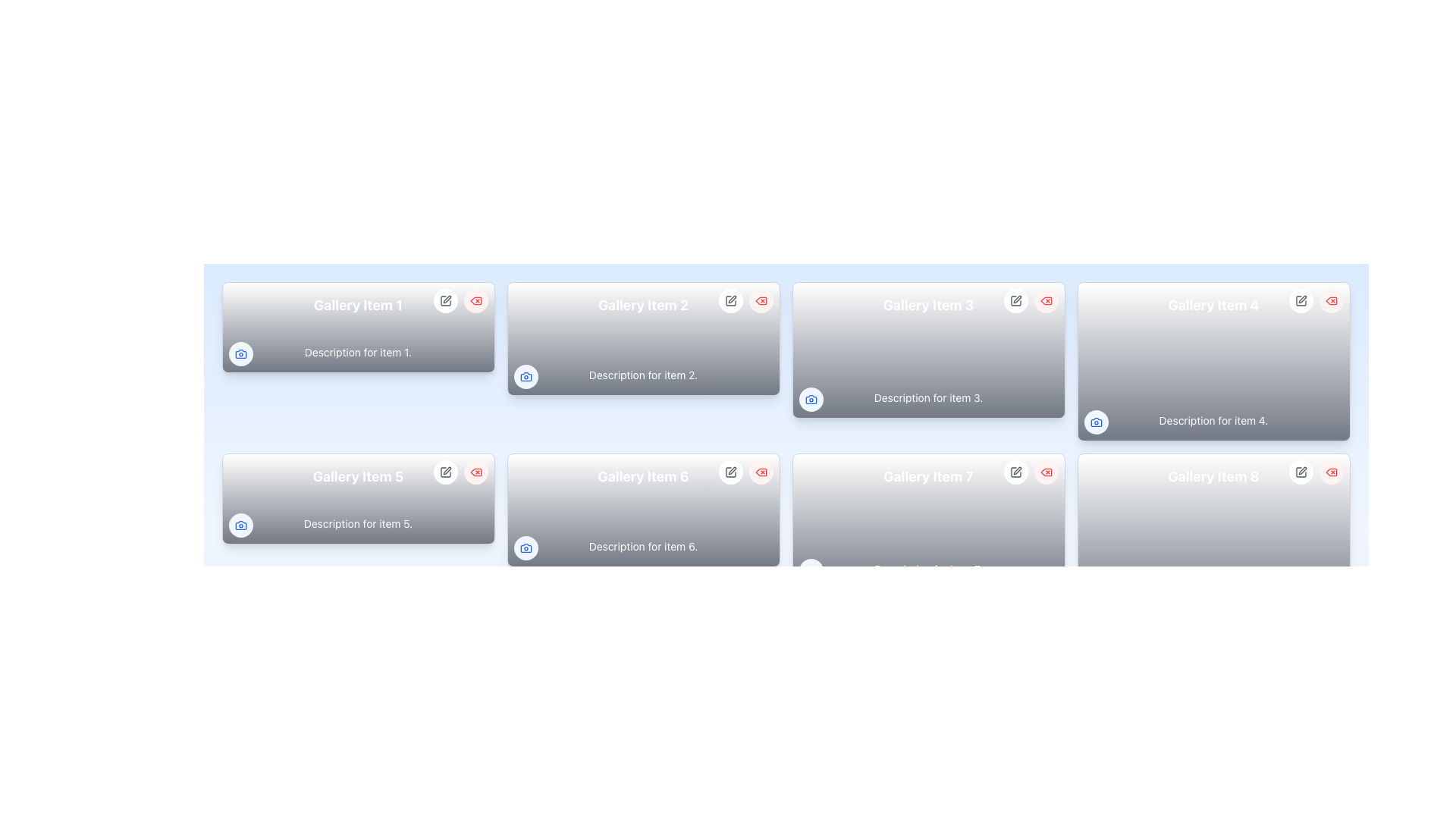  I want to click on the delete button (trash bin icon) located at the top-right corner of the card labeled 'Gallery Item 6', so click(745, 472).